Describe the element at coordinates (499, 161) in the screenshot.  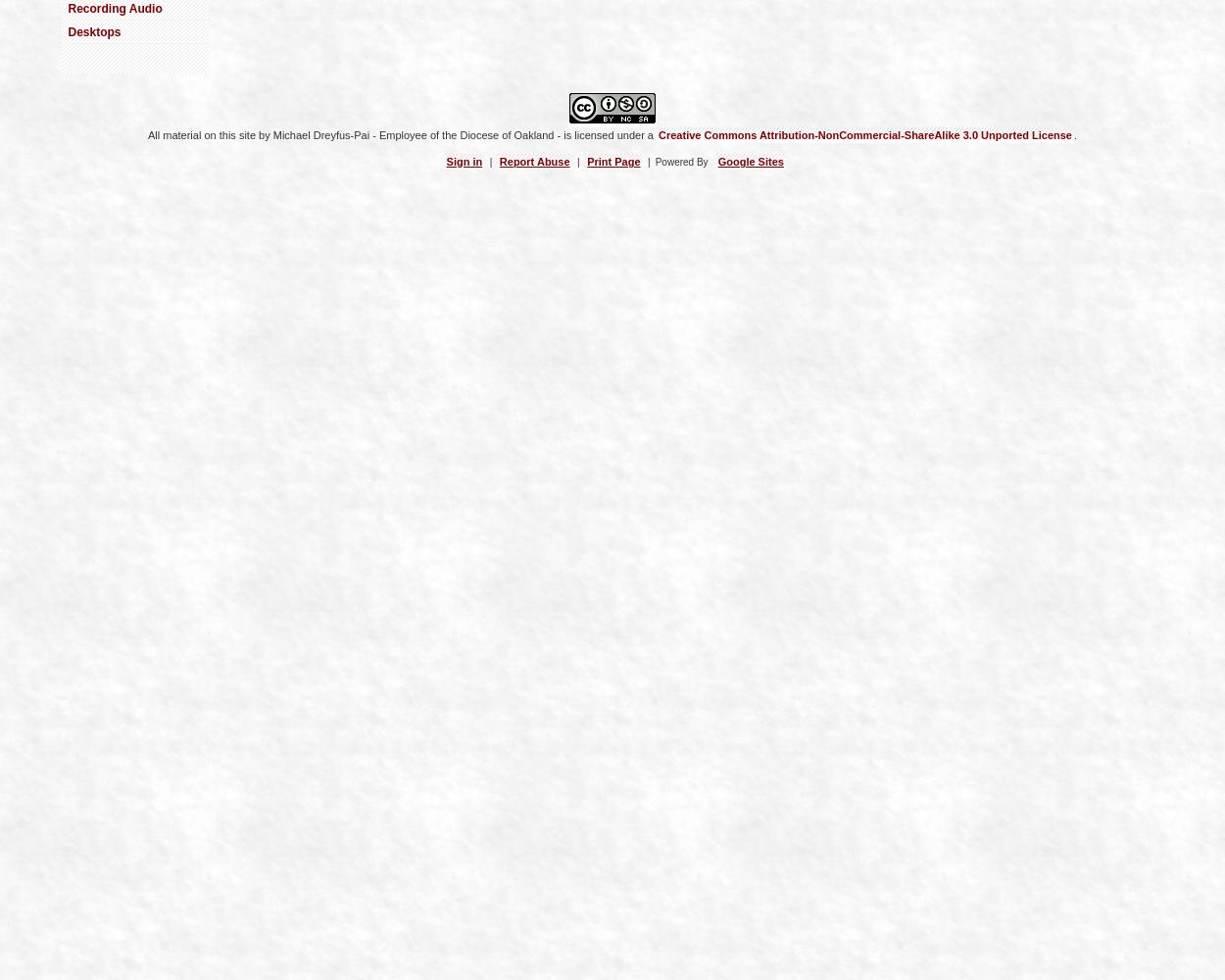
I see `'Report Abuse'` at that location.